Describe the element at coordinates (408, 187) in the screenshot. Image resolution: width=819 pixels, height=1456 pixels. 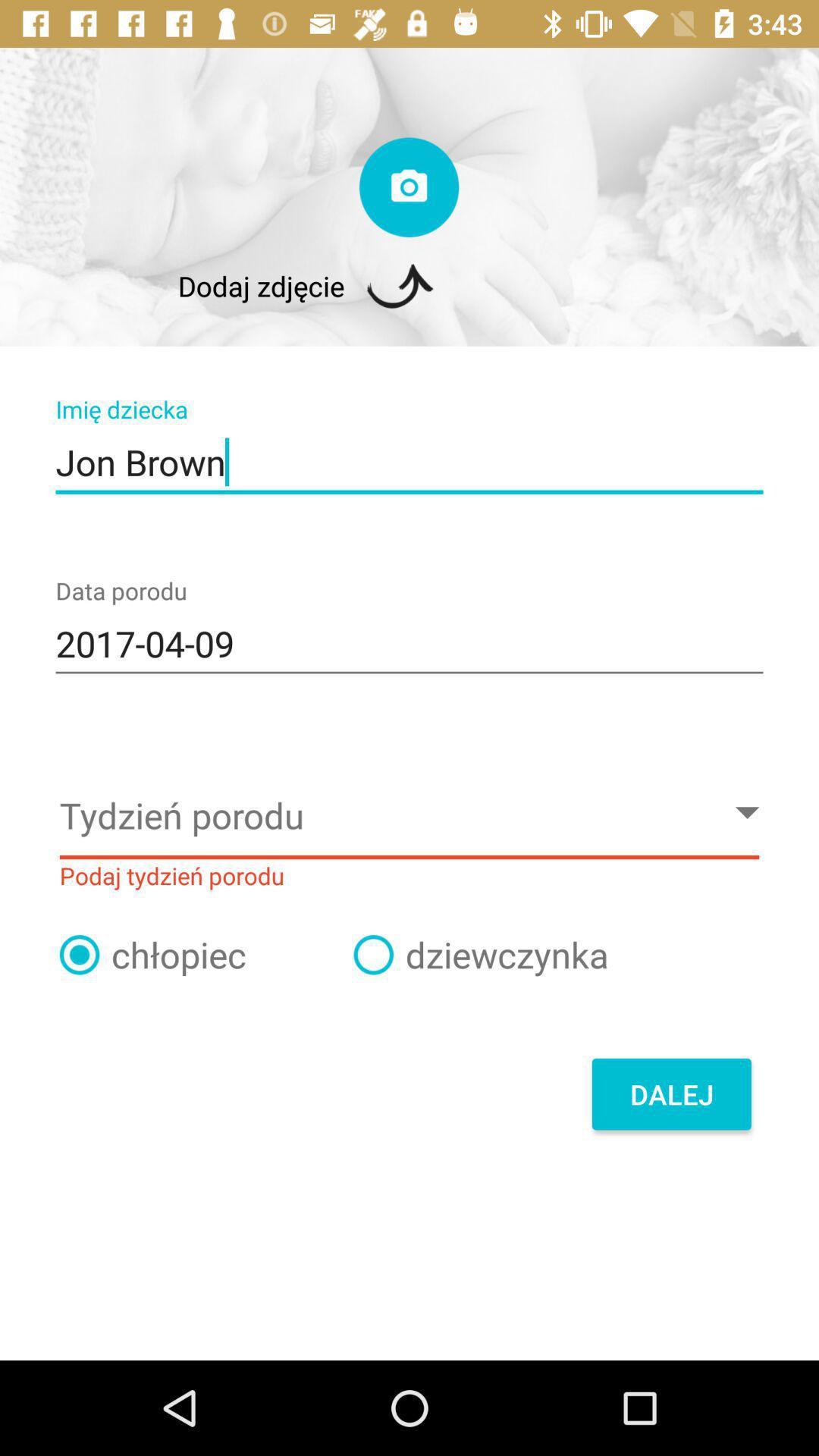
I see `the photo icon` at that location.